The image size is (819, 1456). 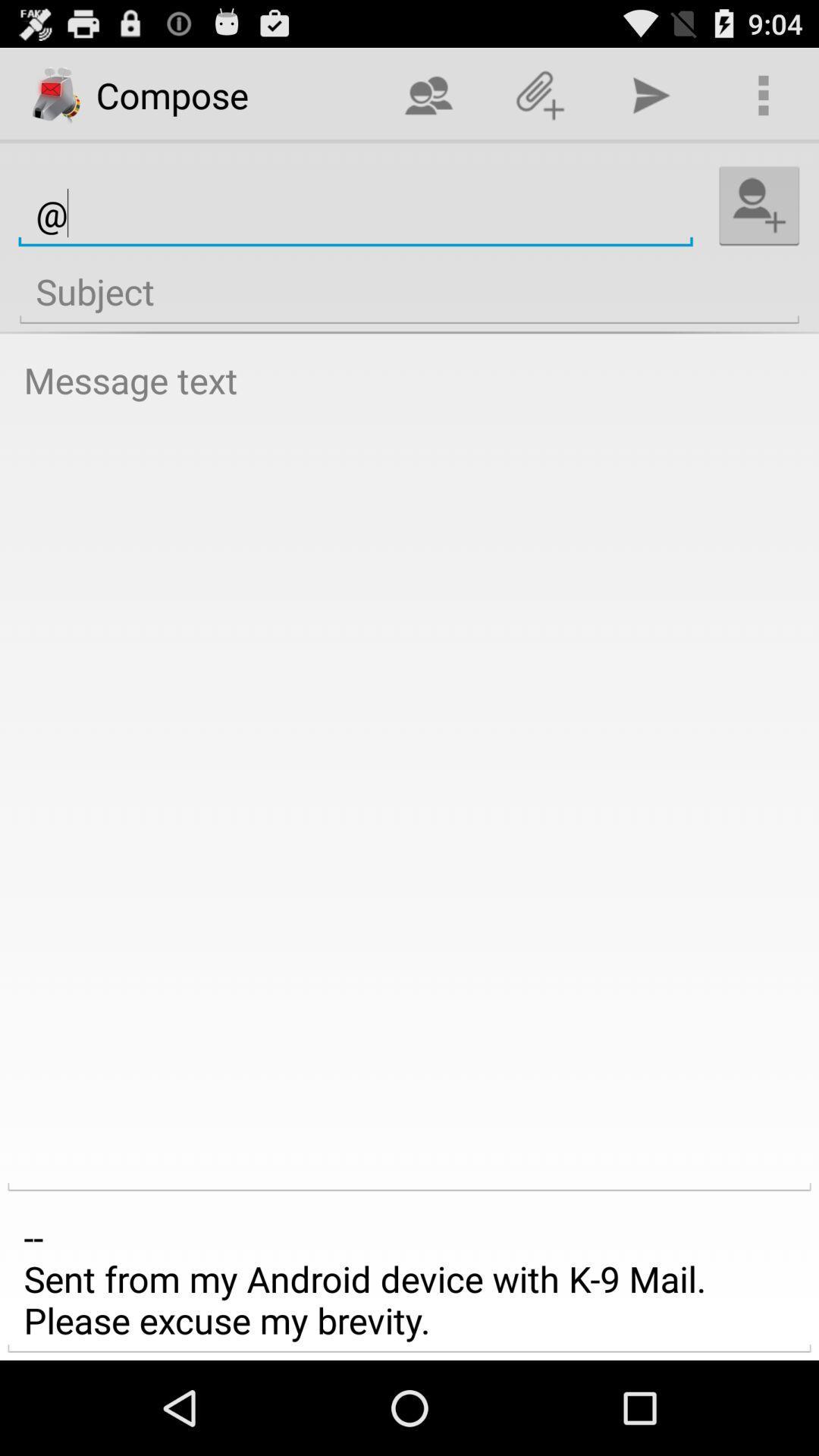 I want to click on open text box, so click(x=409, y=770).